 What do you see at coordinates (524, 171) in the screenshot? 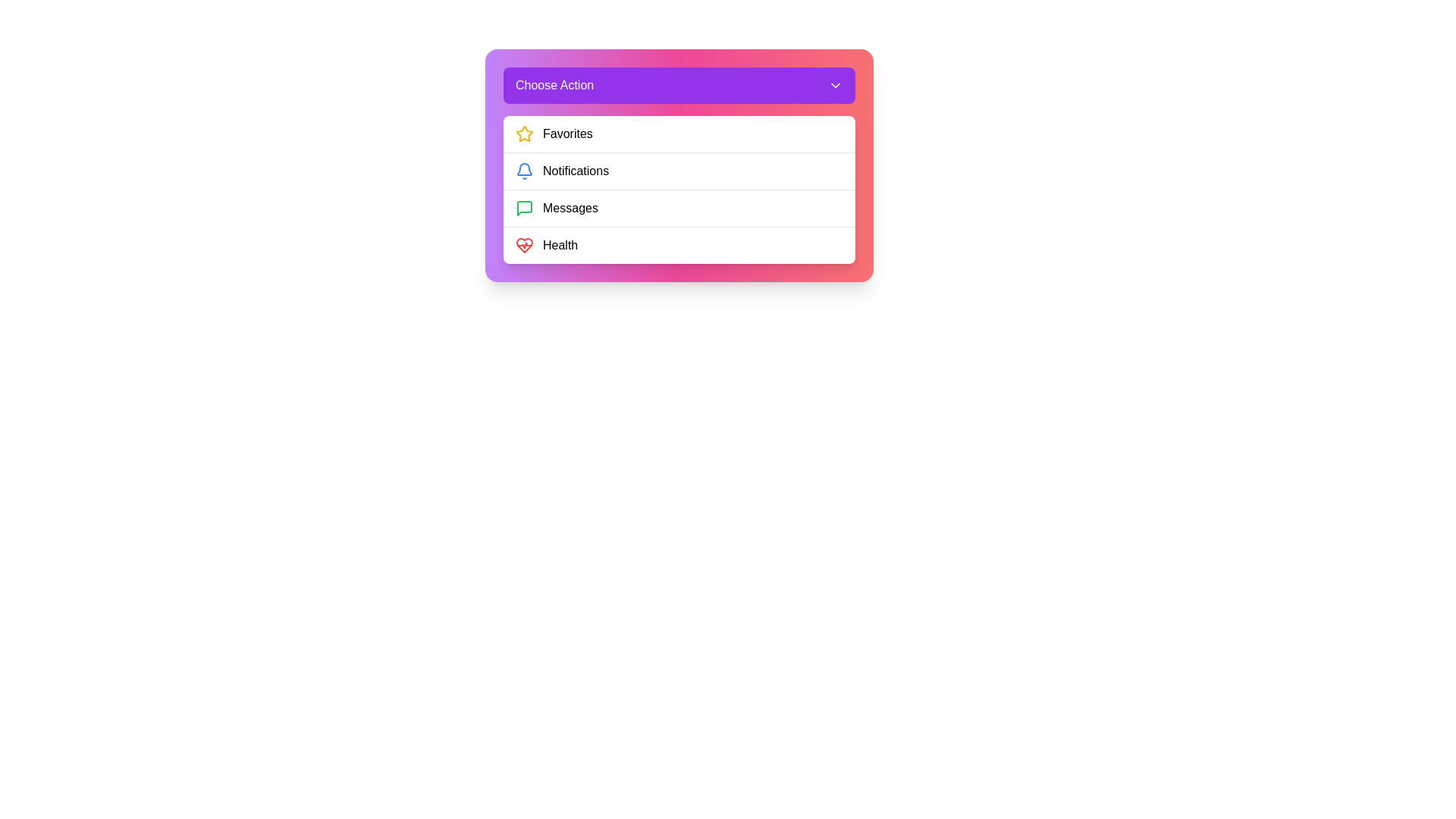
I see `the blue bell-shaped icon indicating notifications, which is positioned directly to the left of the 'Notifications' text in the dropdown menu` at bounding box center [524, 171].